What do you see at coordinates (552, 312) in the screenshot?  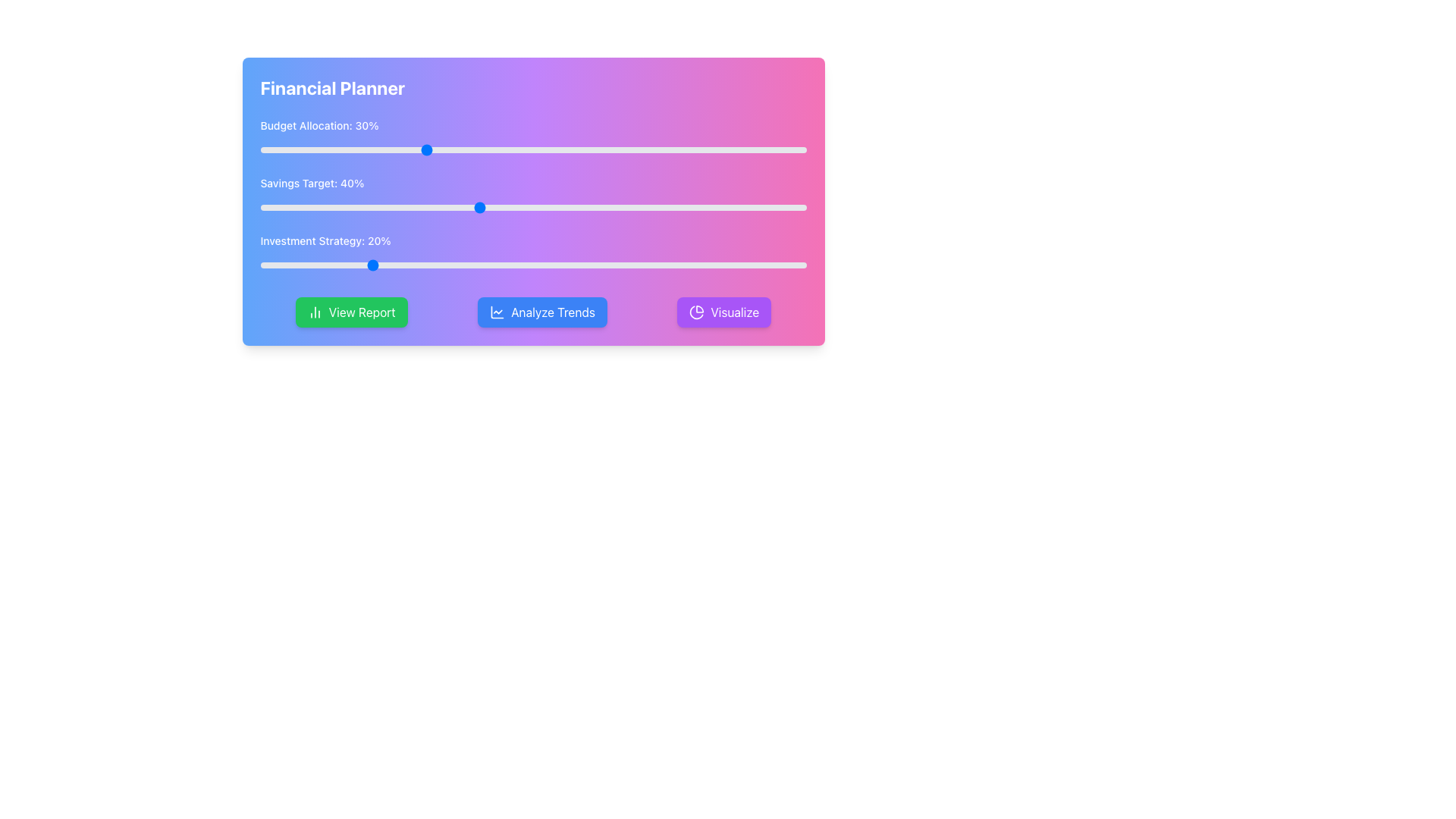 I see `the 'Analyze Trends' text, which is part of a blue button with a rounded rectangle shape and a chart icon on the left side, located at the bottom center of the card interface` at bounding box center [552, 312].